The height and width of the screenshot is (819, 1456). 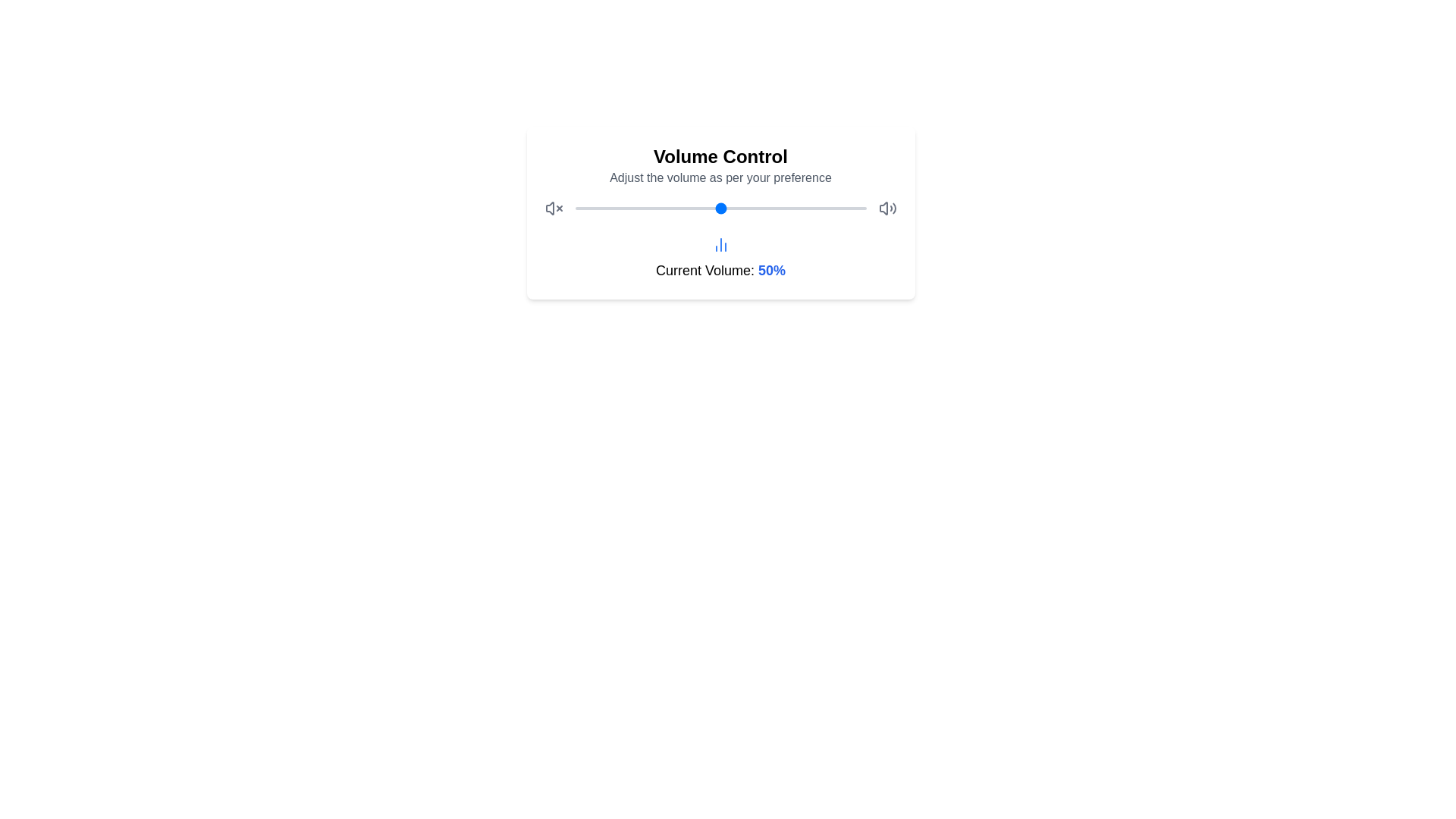 I want to click on the muted volume icon to mute the volume, so click(x=553, y=208).